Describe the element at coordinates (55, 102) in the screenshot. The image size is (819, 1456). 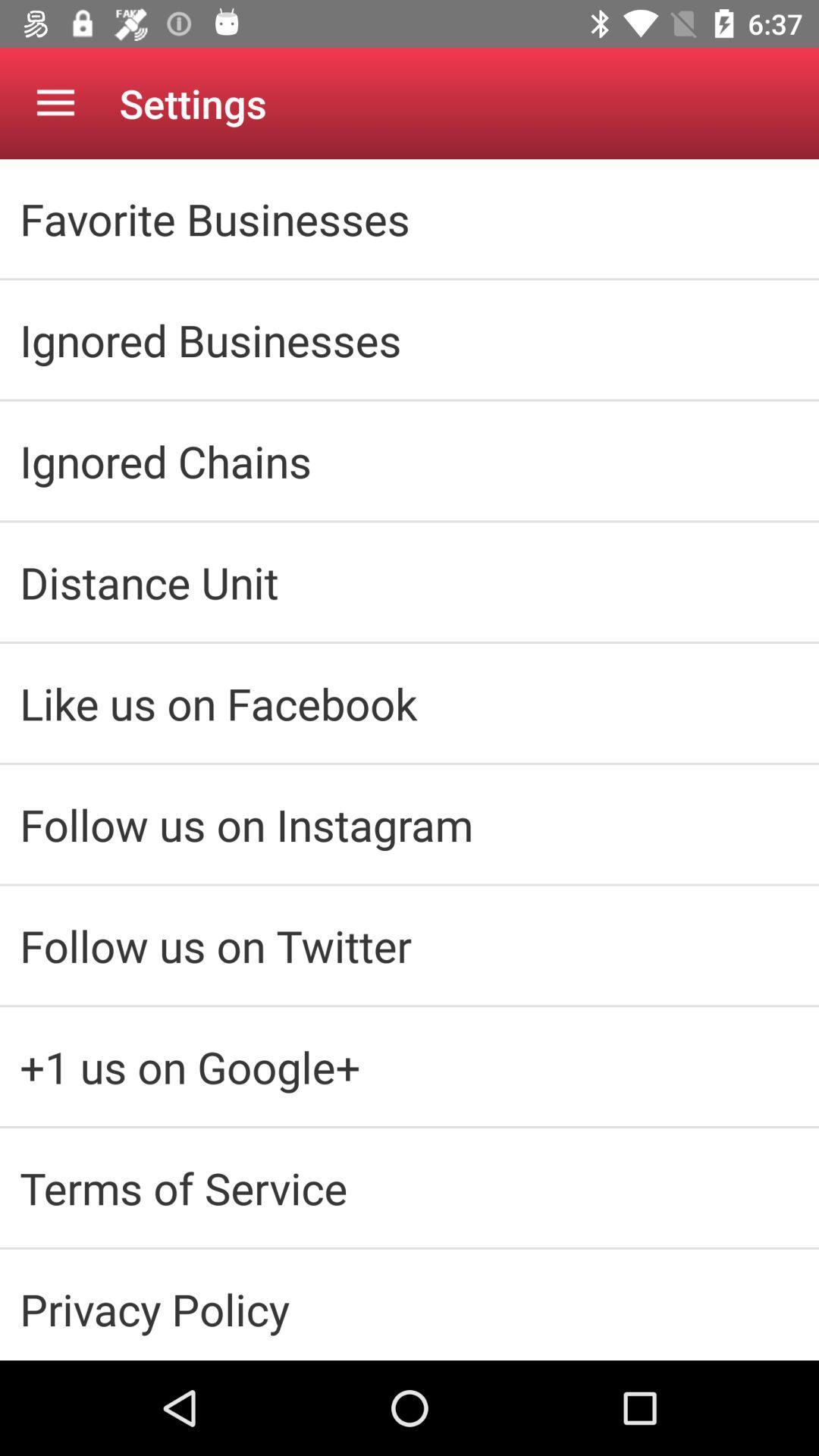
I see `the item above the favorite businesses icon` at that location.